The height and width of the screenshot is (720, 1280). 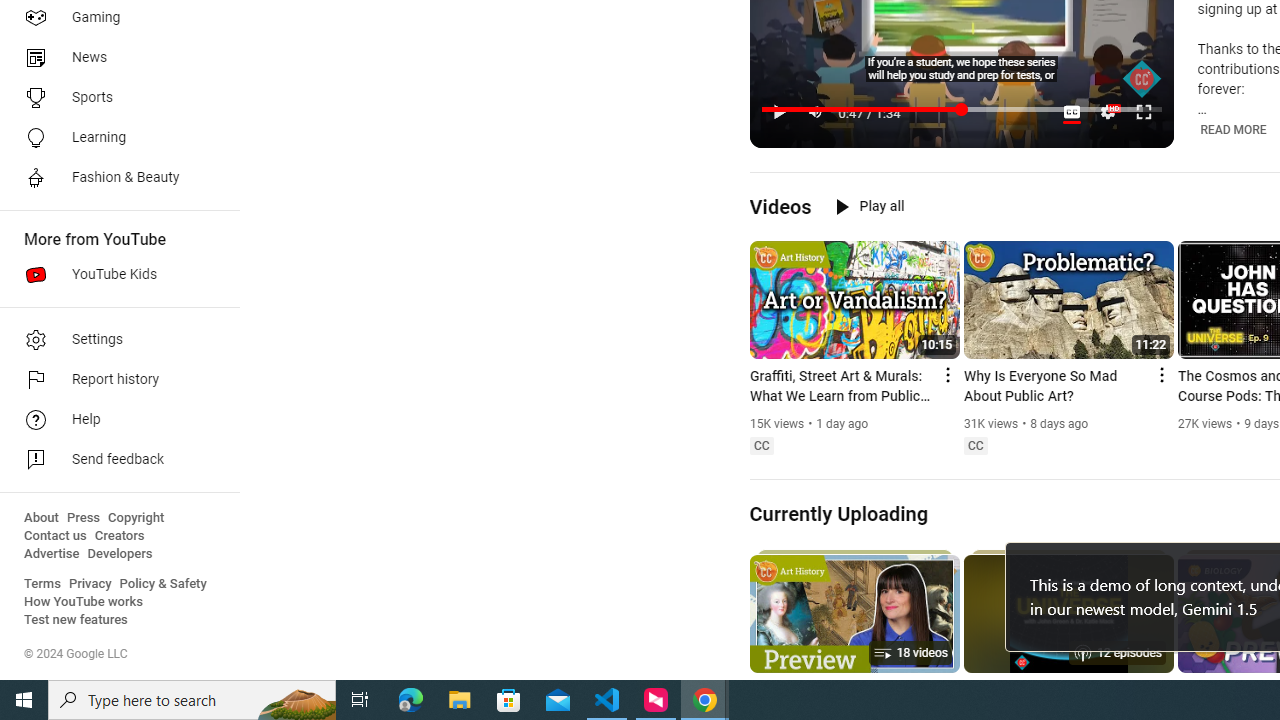 I want to click on 'Policy & Safety', so click(x=163, y=584).